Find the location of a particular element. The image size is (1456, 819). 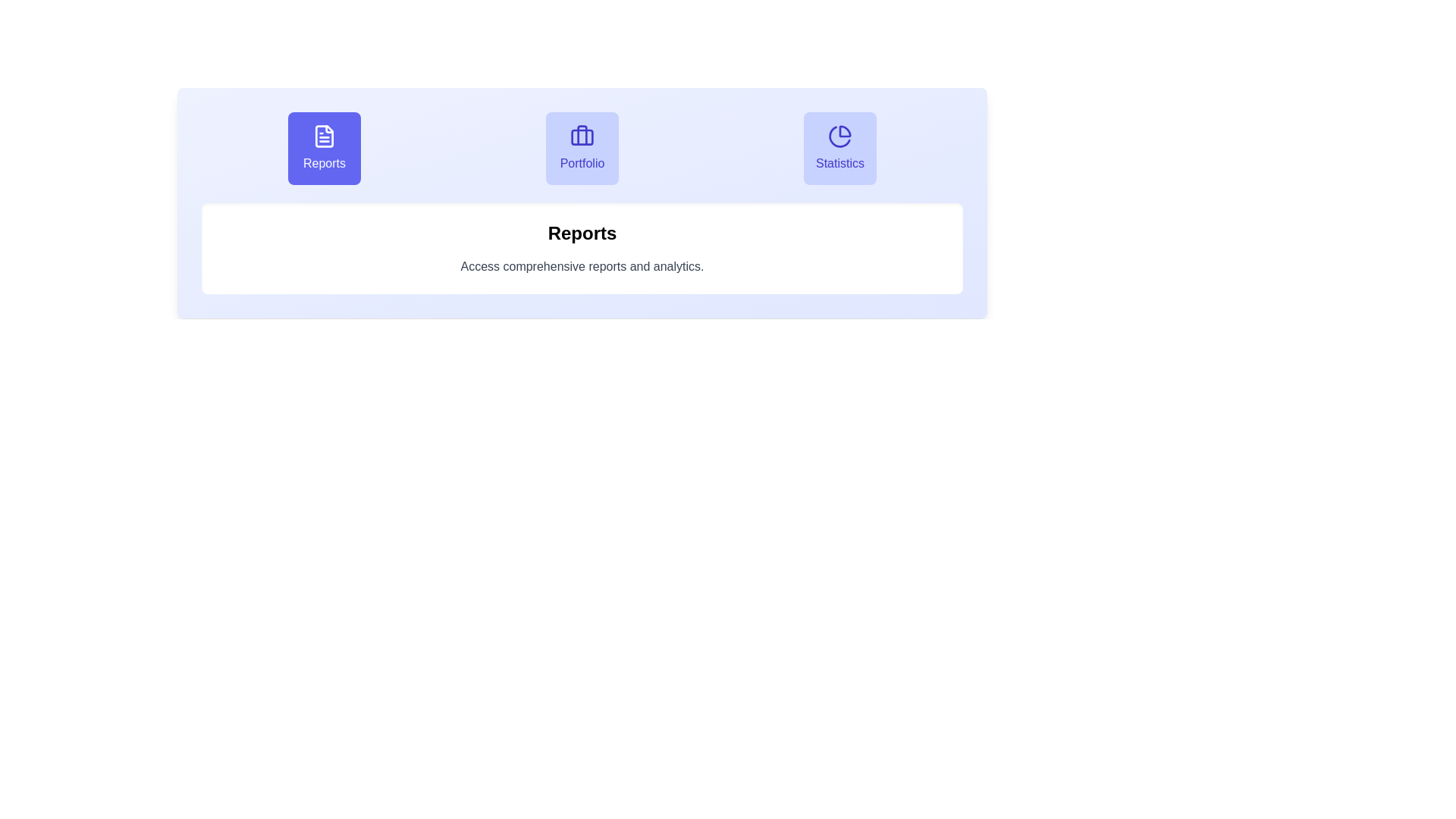

the Statistics tab is located at coordinates (839, 149).